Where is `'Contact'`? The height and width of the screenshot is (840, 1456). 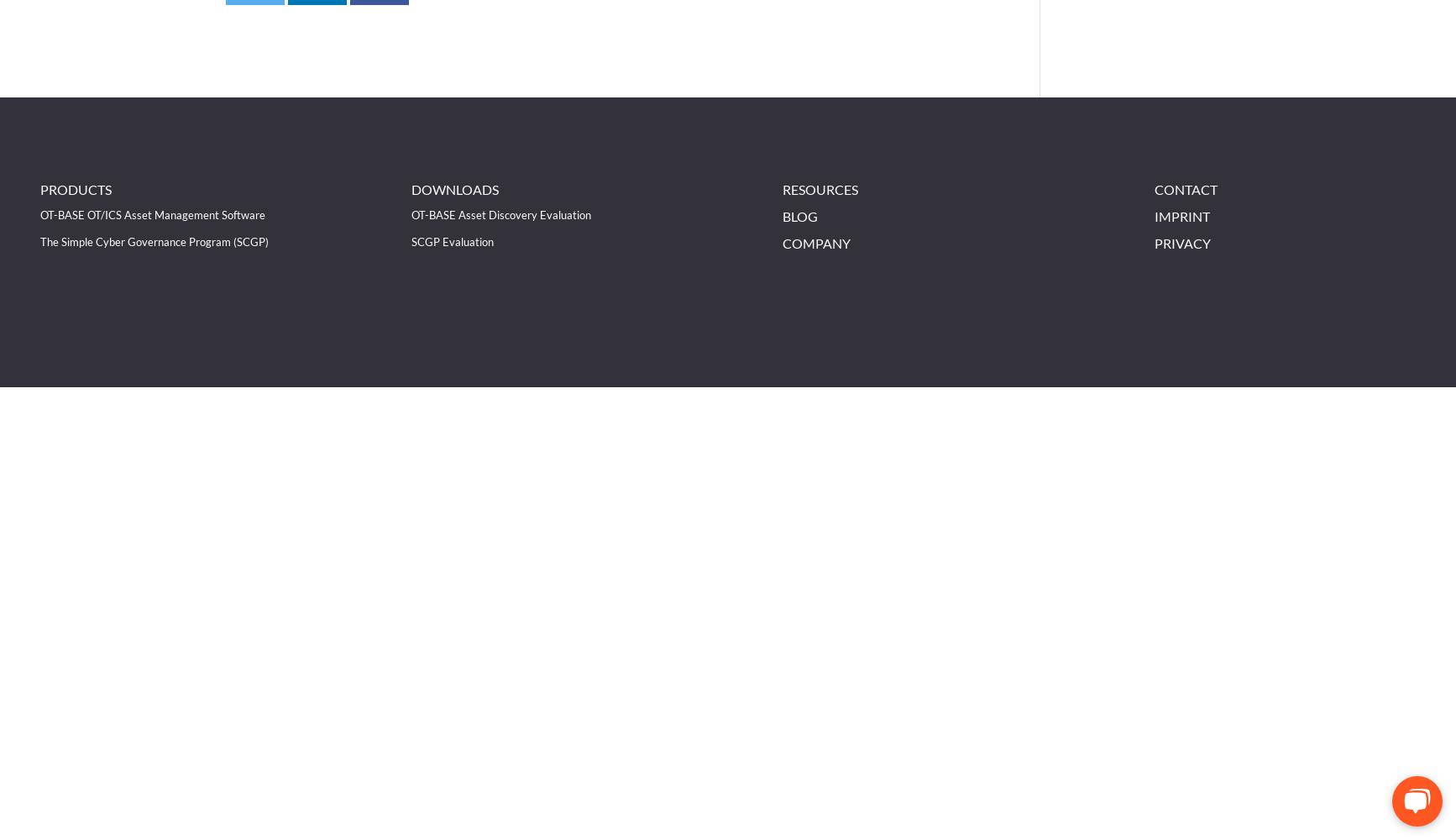
'Contact' is located at coordinates (1184, 188).